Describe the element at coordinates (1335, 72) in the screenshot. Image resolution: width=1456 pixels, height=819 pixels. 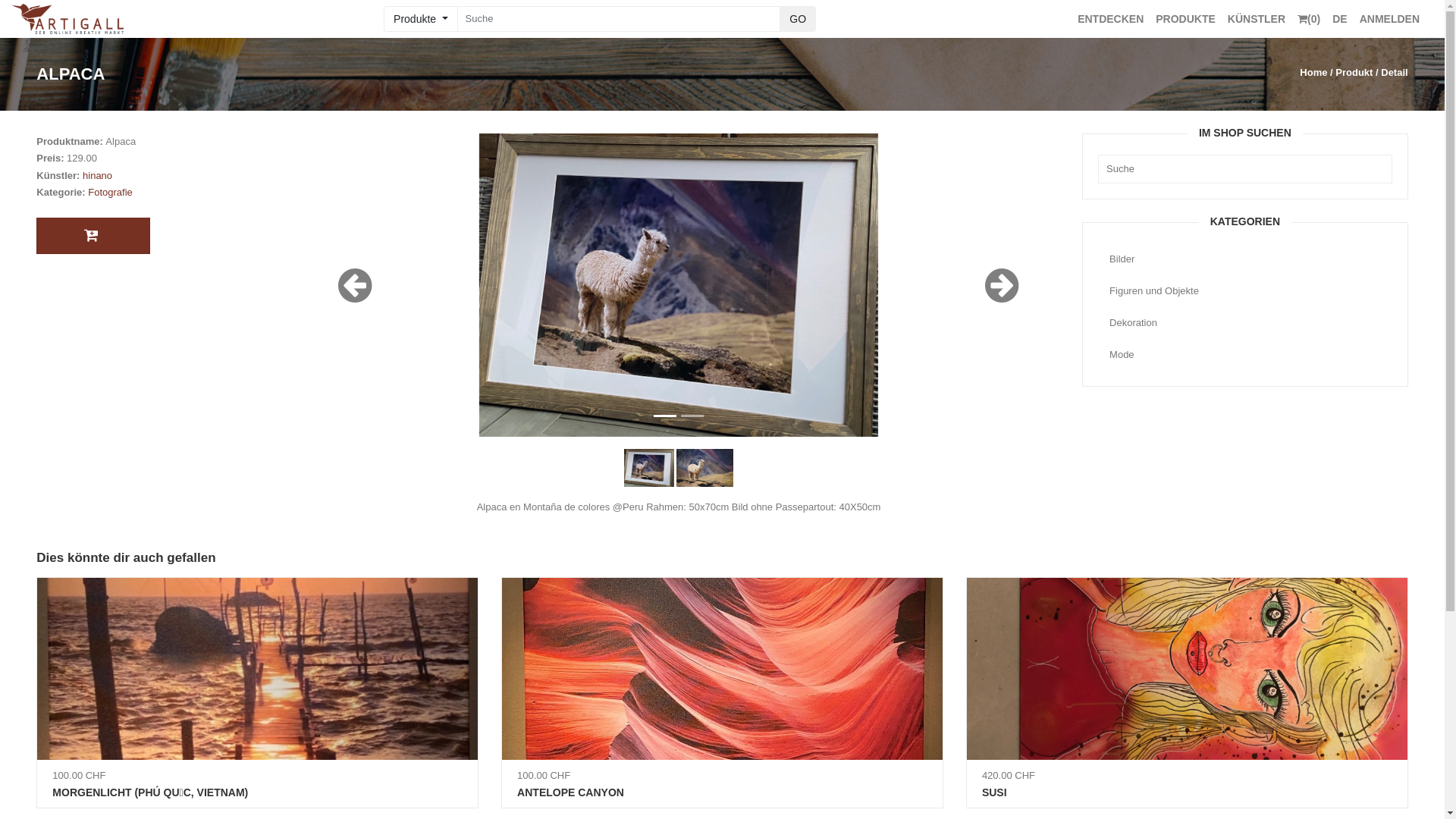
I see `'Produkt'` at that location.